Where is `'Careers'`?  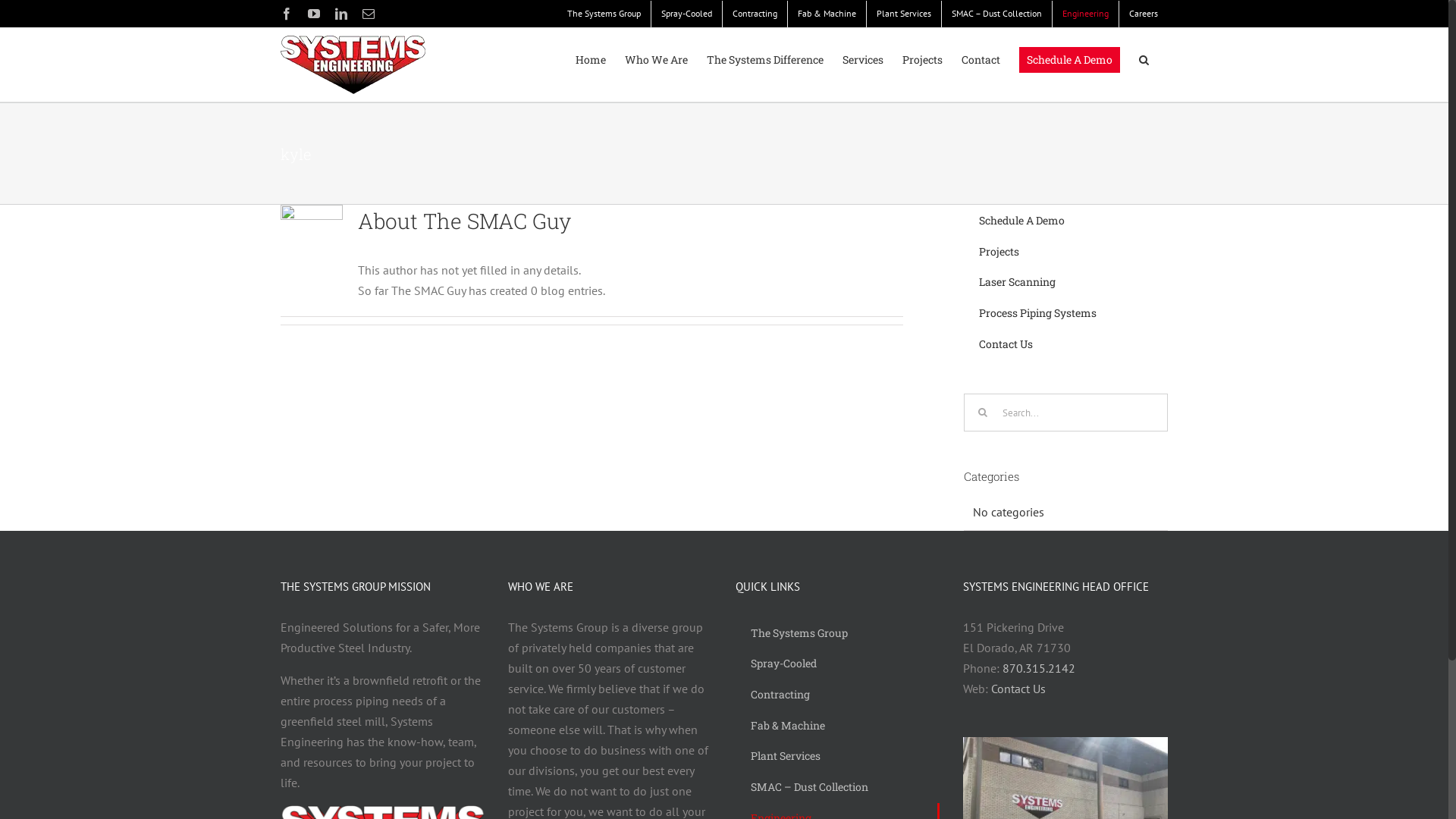
'Careers' is located at coordinates (1143, 13).